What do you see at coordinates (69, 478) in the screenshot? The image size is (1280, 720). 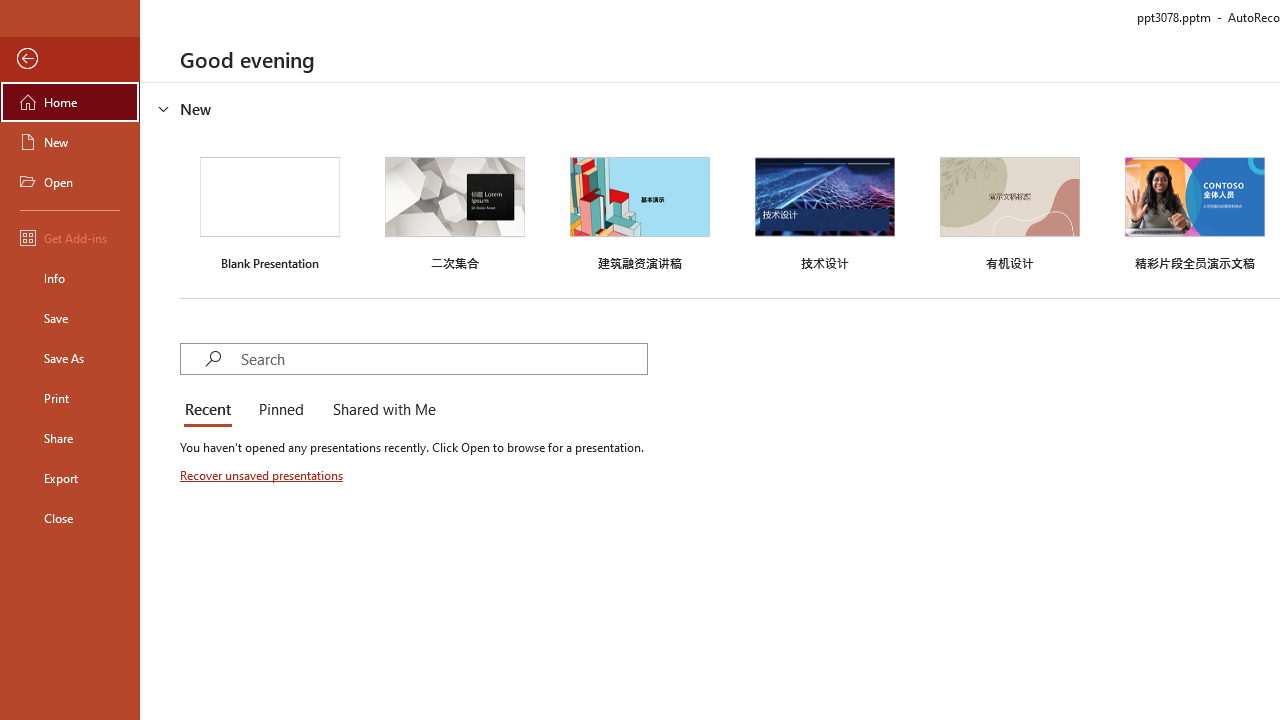 I see `'Export'` at bounding box center [69, 478].